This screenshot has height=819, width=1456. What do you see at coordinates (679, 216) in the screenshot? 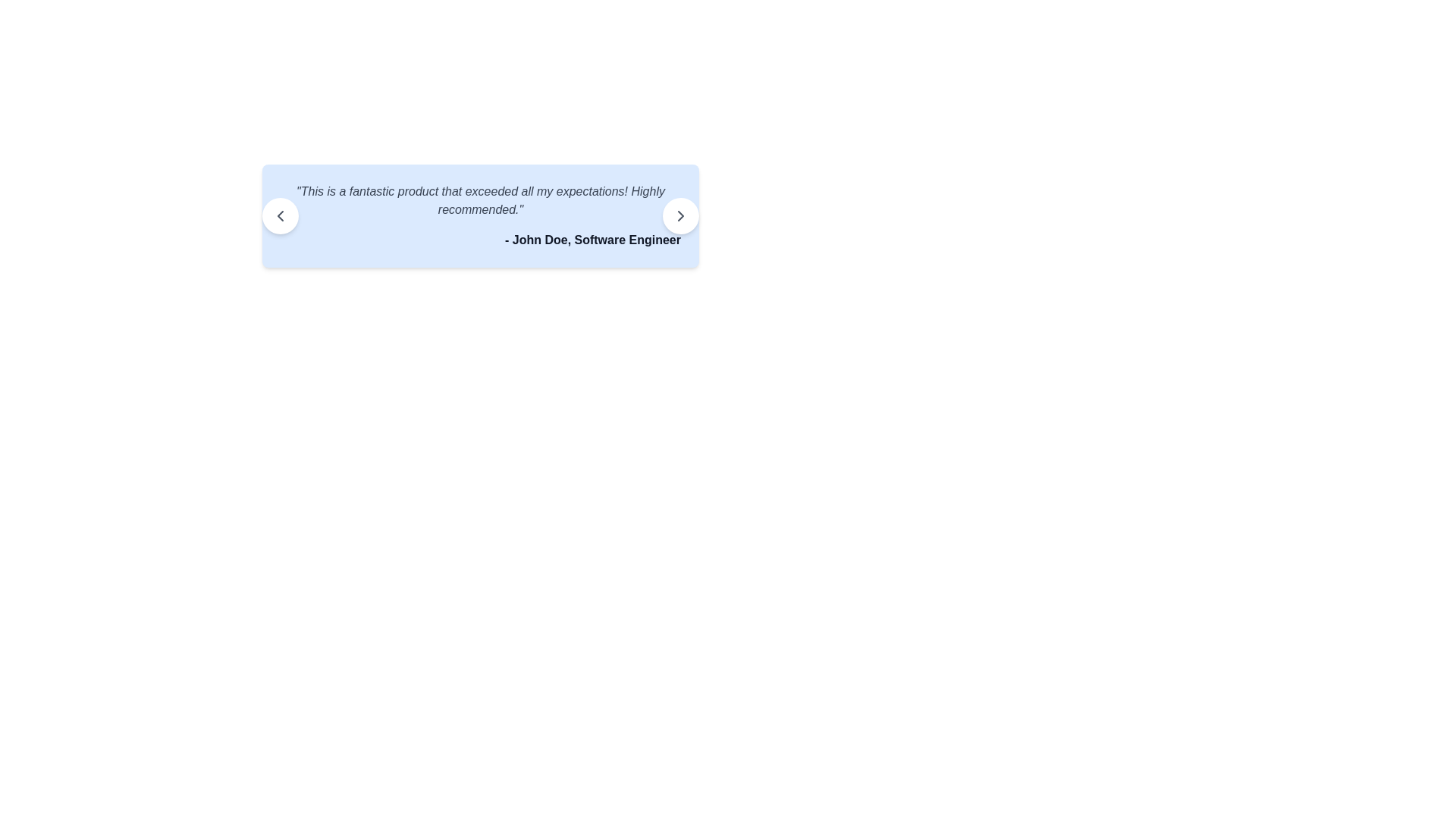
I see `the navigational chevron icon located at the far right end of the testimonial card for reordering` at bounding box center [679, 216].